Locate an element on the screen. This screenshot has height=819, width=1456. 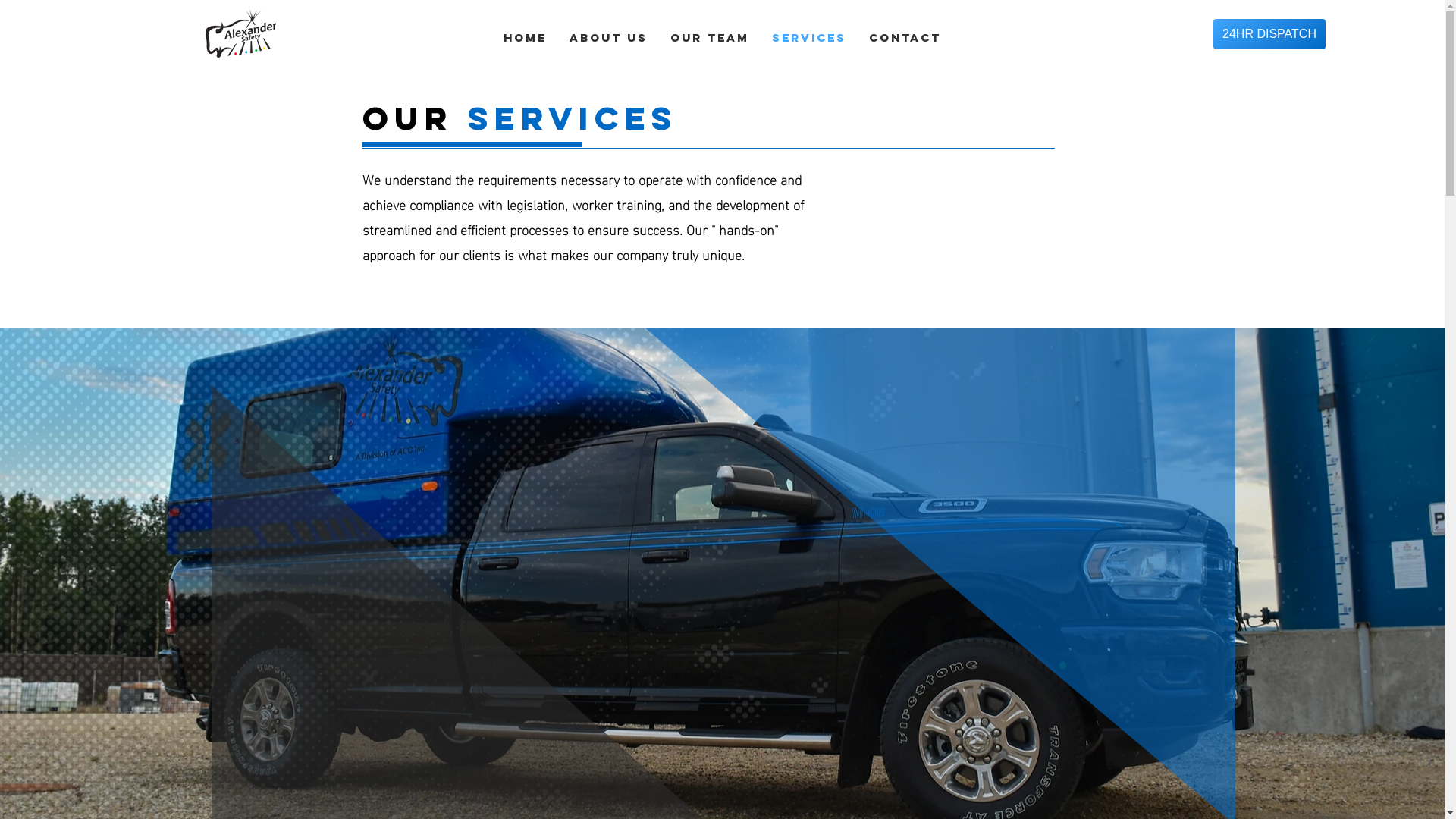
'24HR DISPATCH' is located at coordinates (1269, 34).